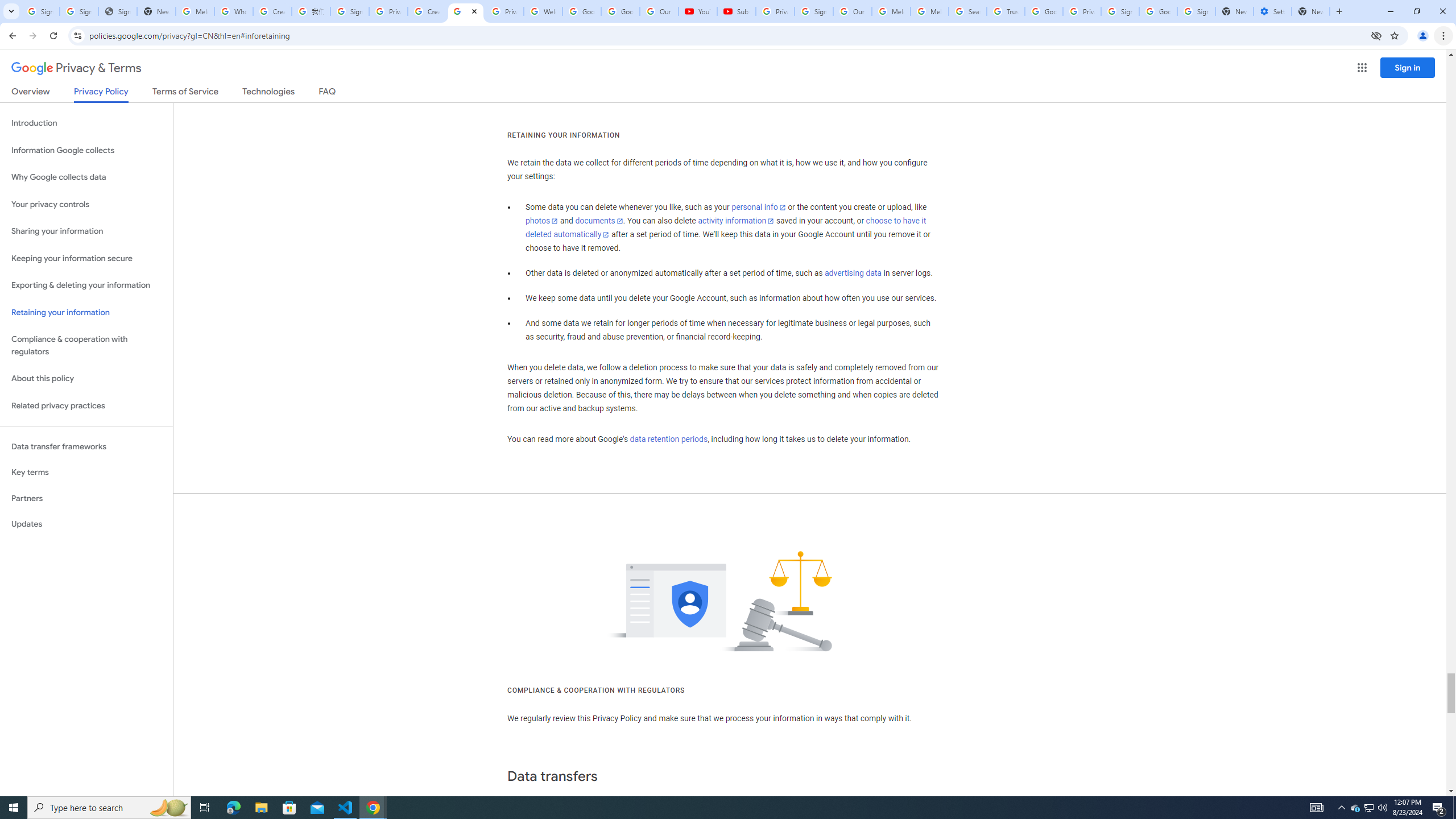  What do you see at coordinates (668, 440) in the screenshot?
I see `'data retention periods'` at bounding box center [668, 440].